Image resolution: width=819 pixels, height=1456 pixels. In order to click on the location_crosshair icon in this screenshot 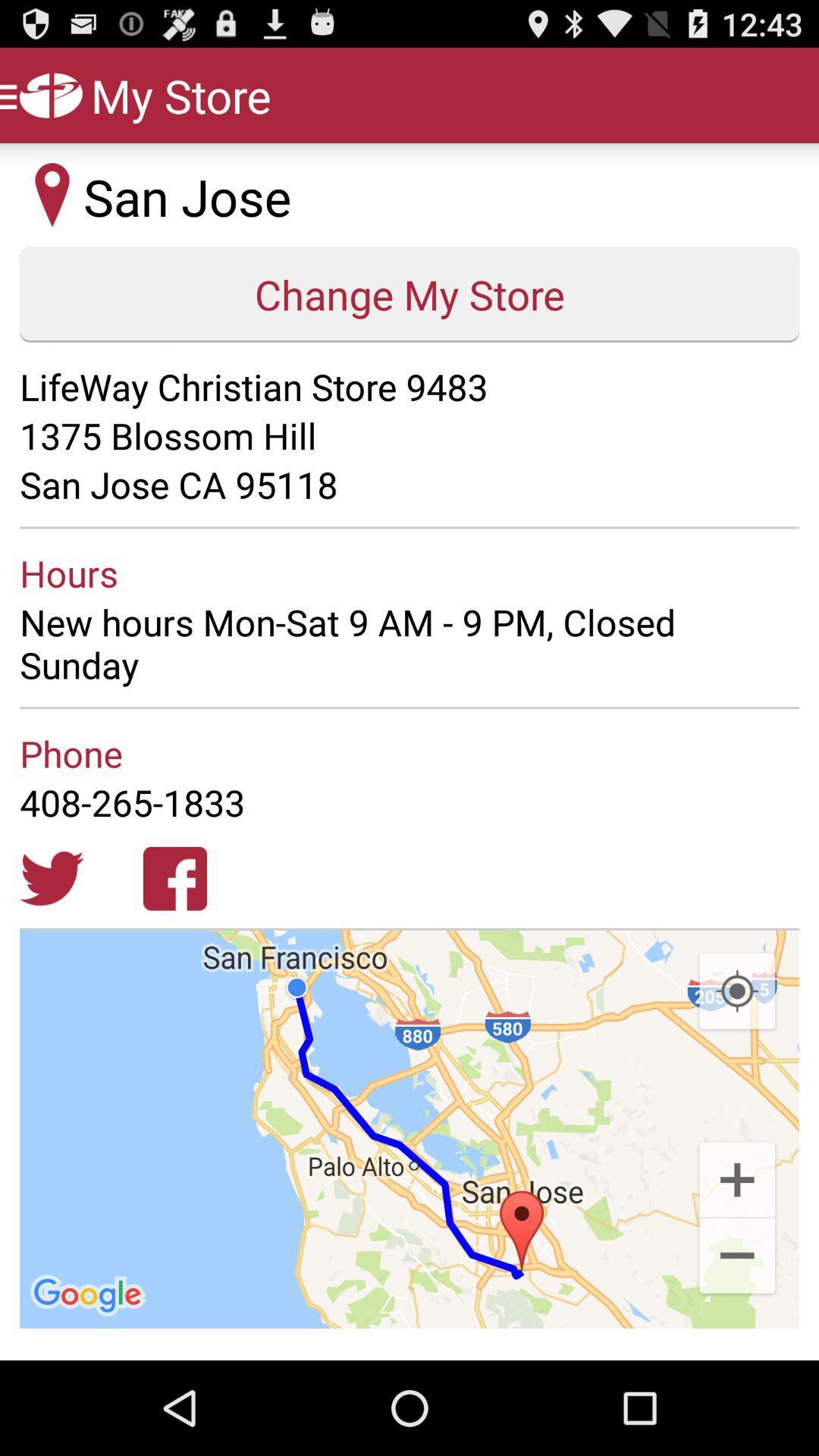, I will do `click(736, 1061)`.